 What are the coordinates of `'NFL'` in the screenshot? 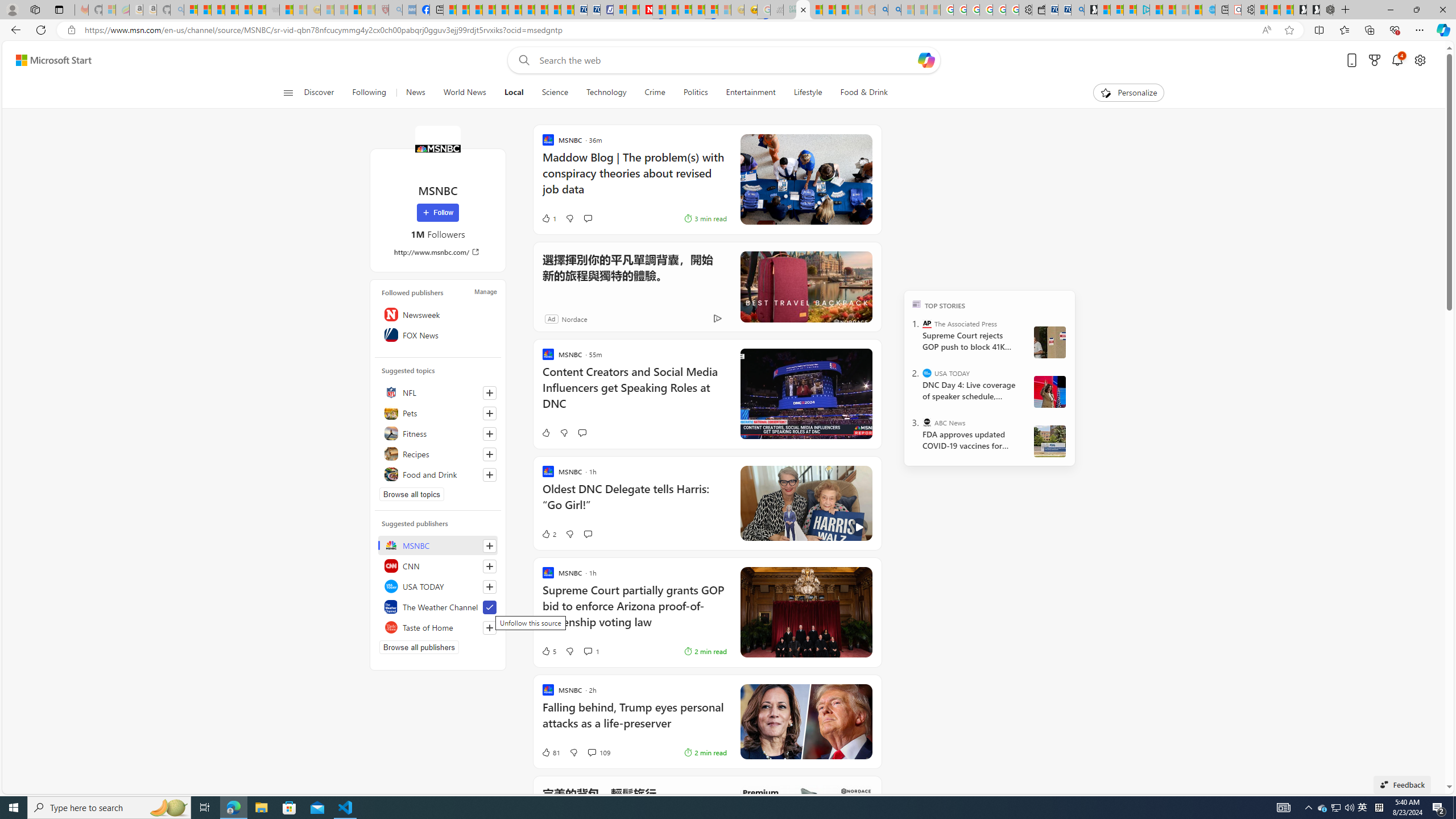 It's located at (438, 392).